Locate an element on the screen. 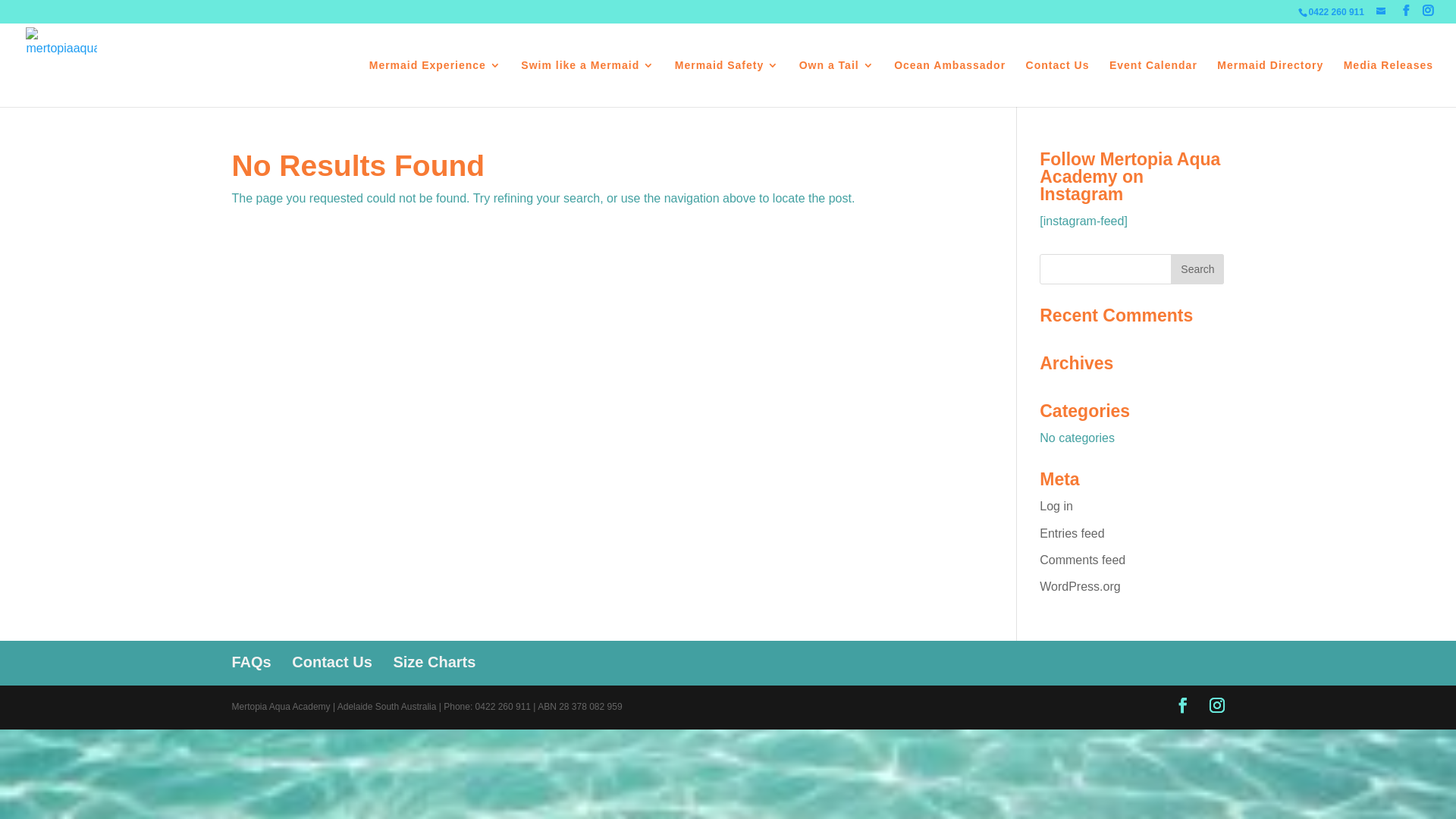 Image resolution: width=1456 pixels, height=819 pixels. 'Mermaid Experience' is located at coordinates (435, 83).